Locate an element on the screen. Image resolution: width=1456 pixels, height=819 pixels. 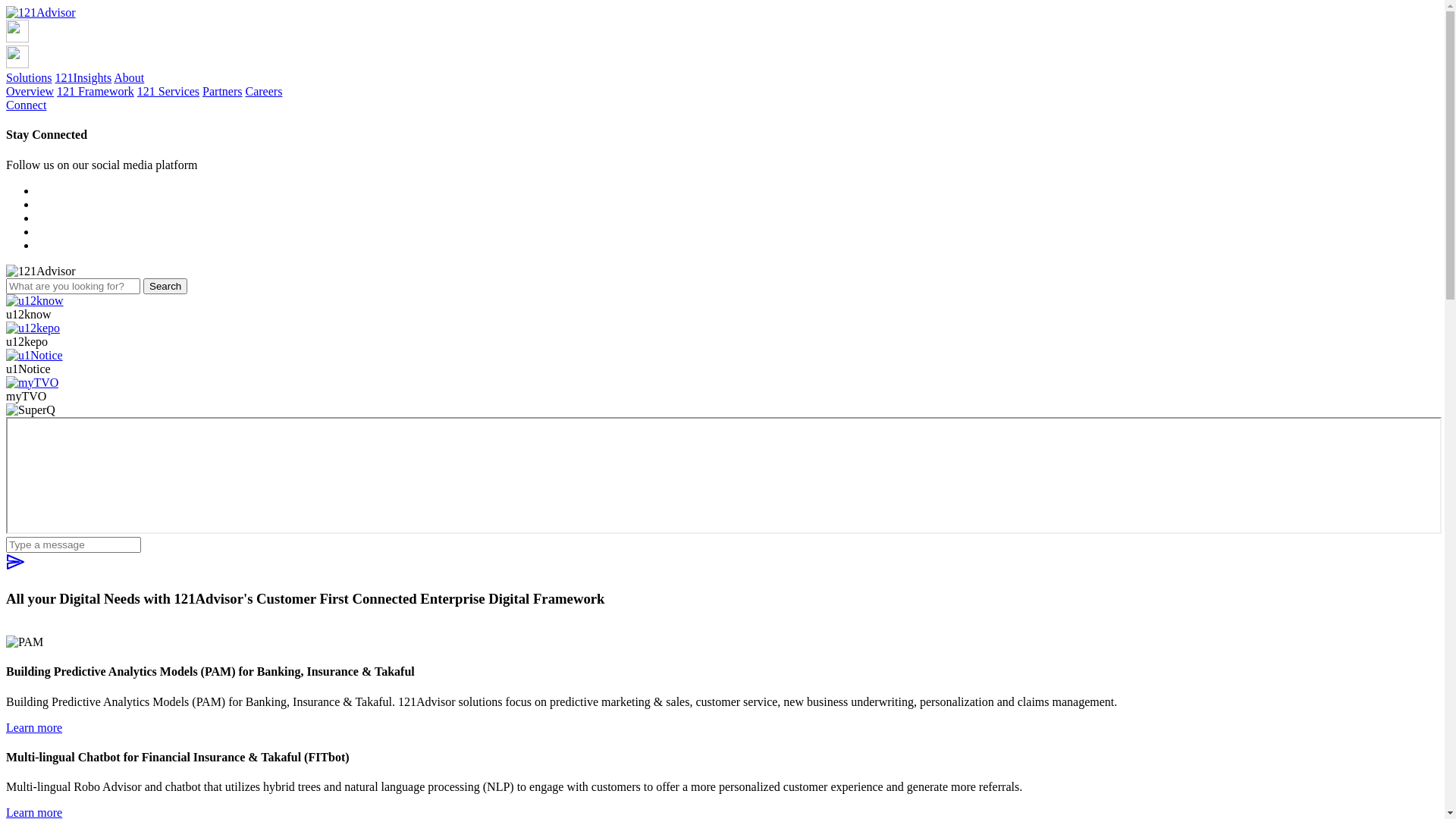
'Search' is located at coordinates (165, 286).